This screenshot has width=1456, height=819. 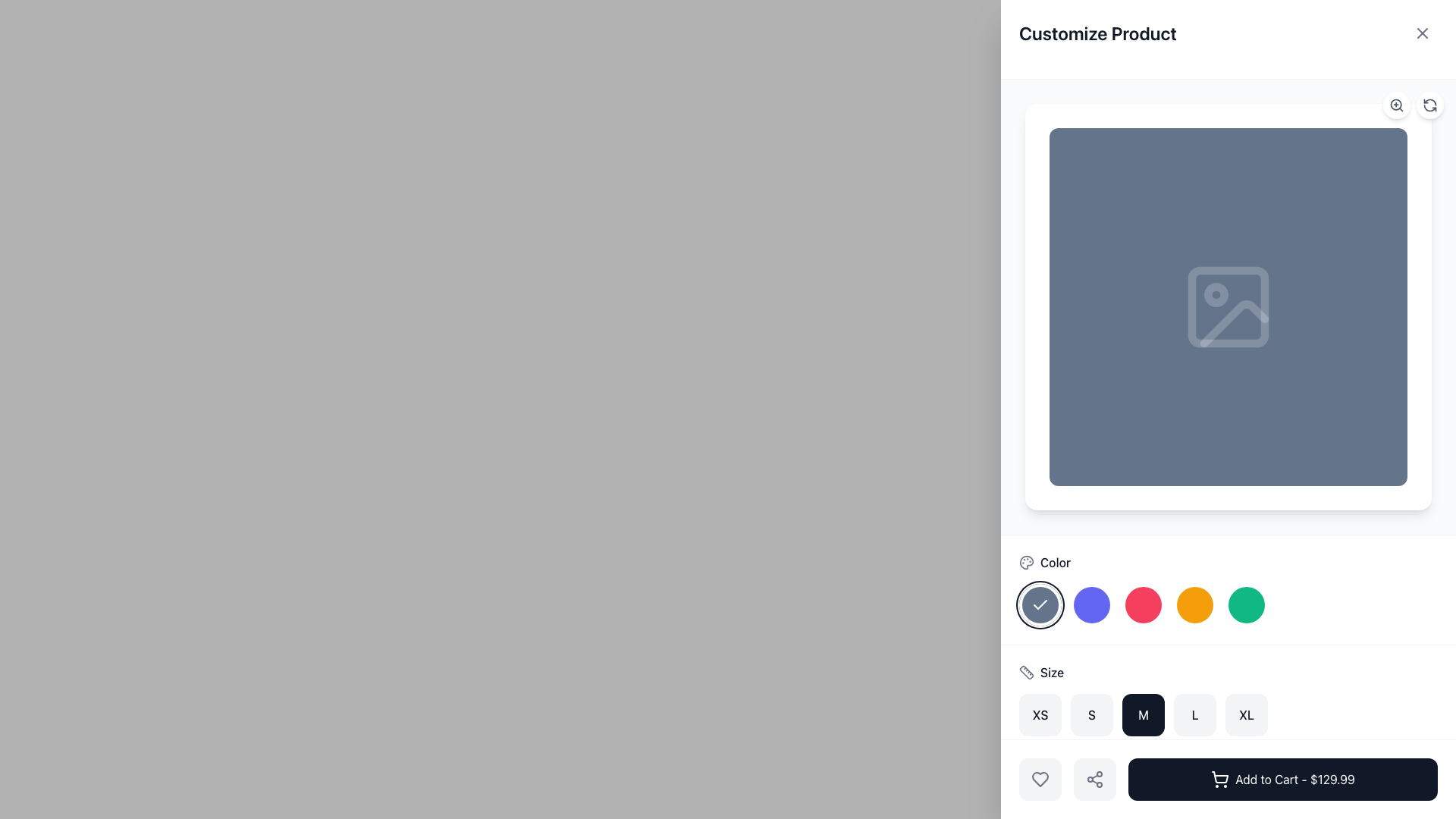 What do you see at coordinates (1194, 604) in the screenshot?
I see `the fourth circular interactive button with an amber background in the 'Color' section` at bounding box center [1194, 604].